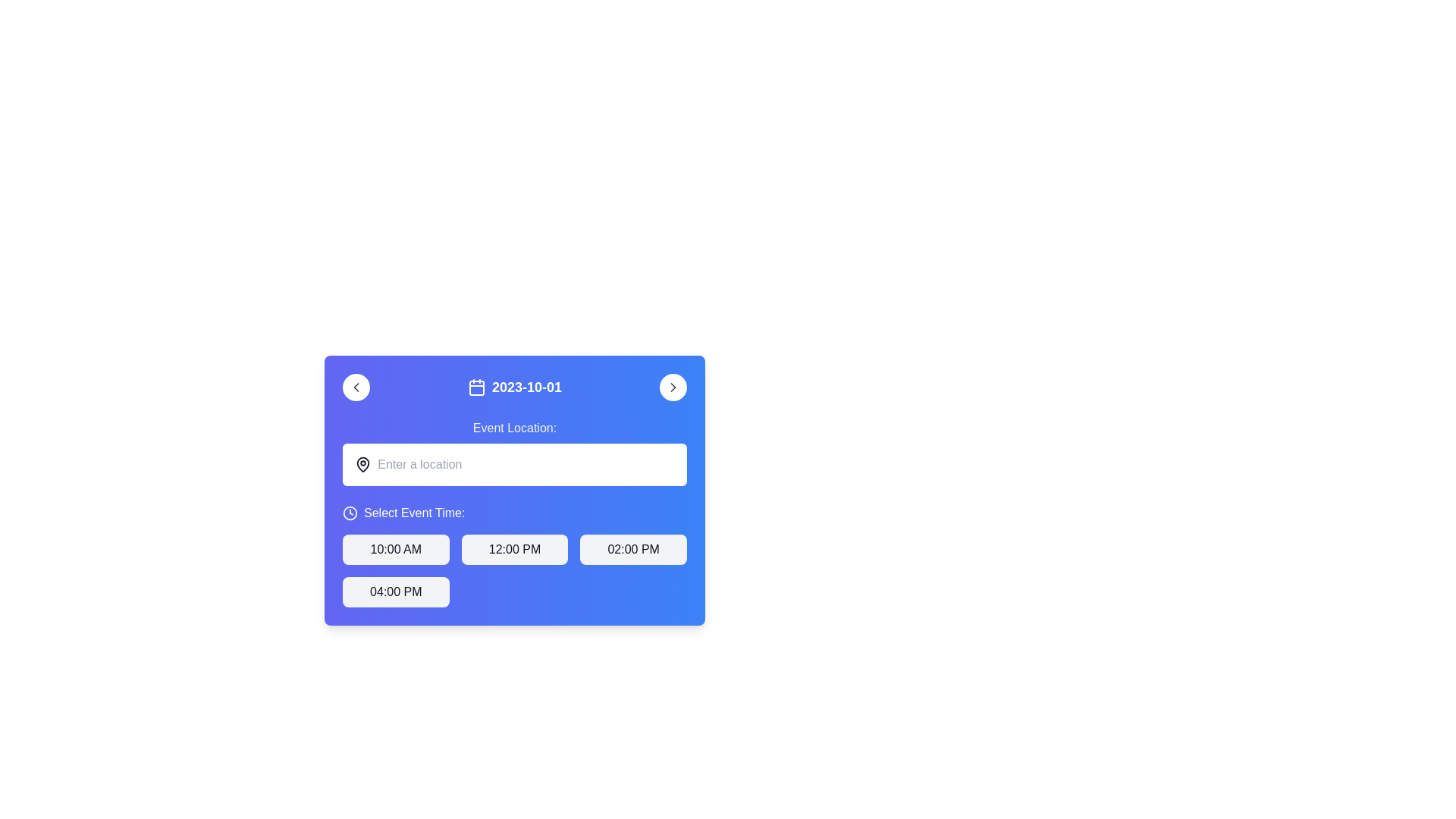 The image size is (1456, 819). Describe the element at coordinates (673, 386) in the screenshot. I see `the right-pointing chevron icon which is part of a navigation component in the interface` at that location.